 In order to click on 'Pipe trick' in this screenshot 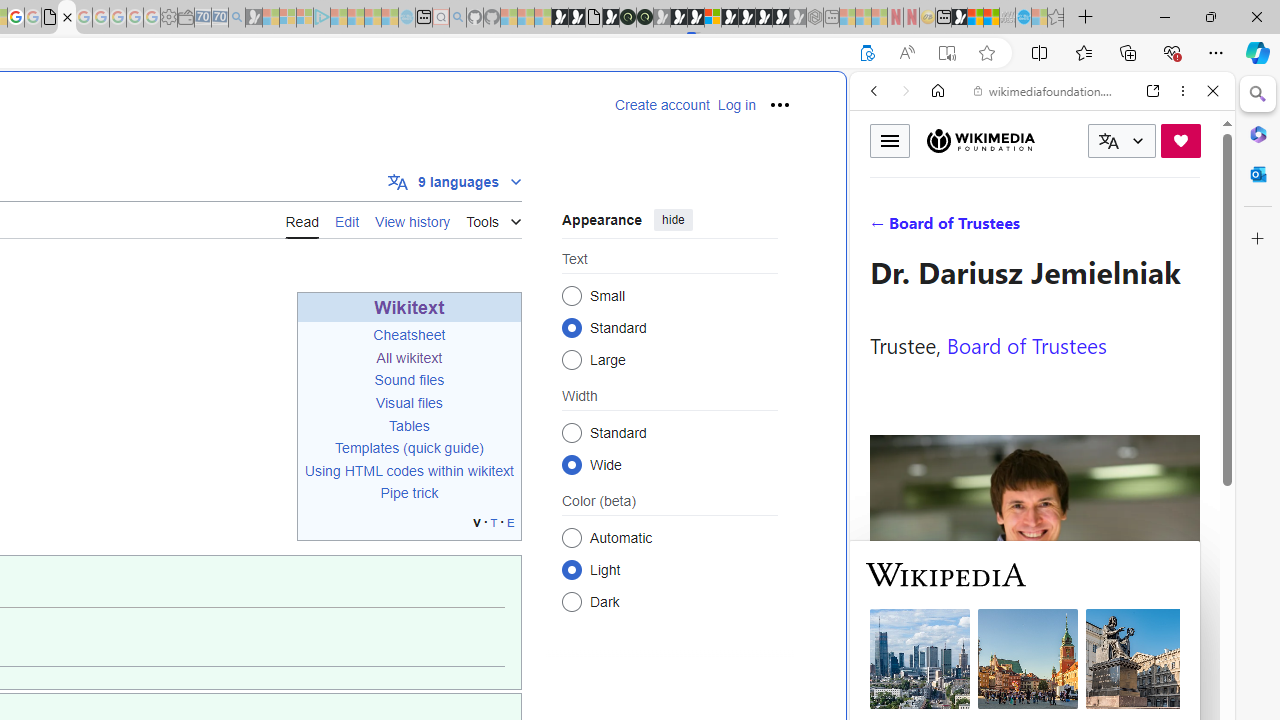, I will do `click(408, 493)`.